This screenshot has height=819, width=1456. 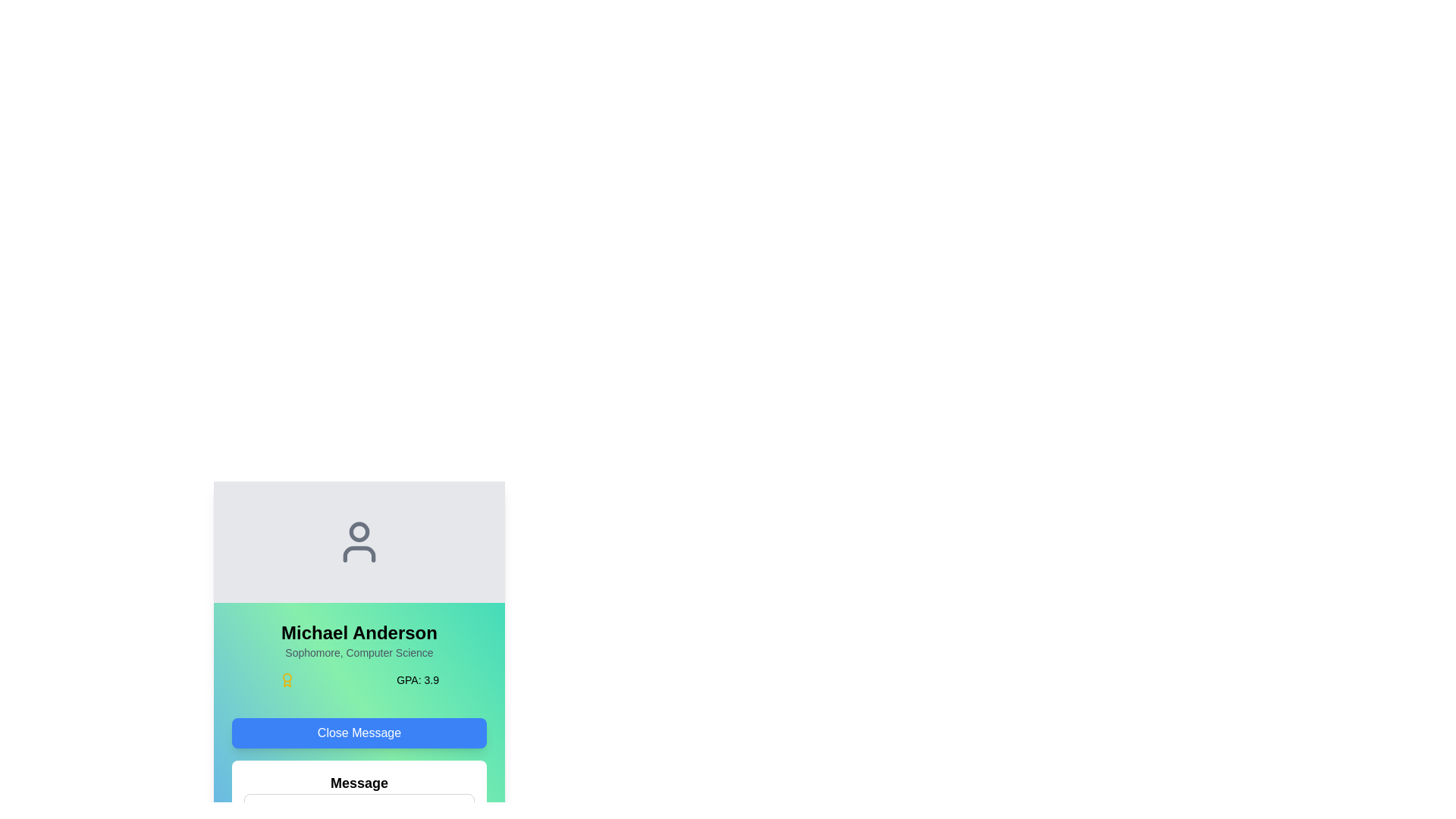 What do you see at coordinates (287, 679) in the screenshot?
I see `the medal-like icon representing an award or achievement, which is styled in yellow and located on a green background, positioned to the left of the text 'GPA: 3.9'` at bounding box center [287, 679].